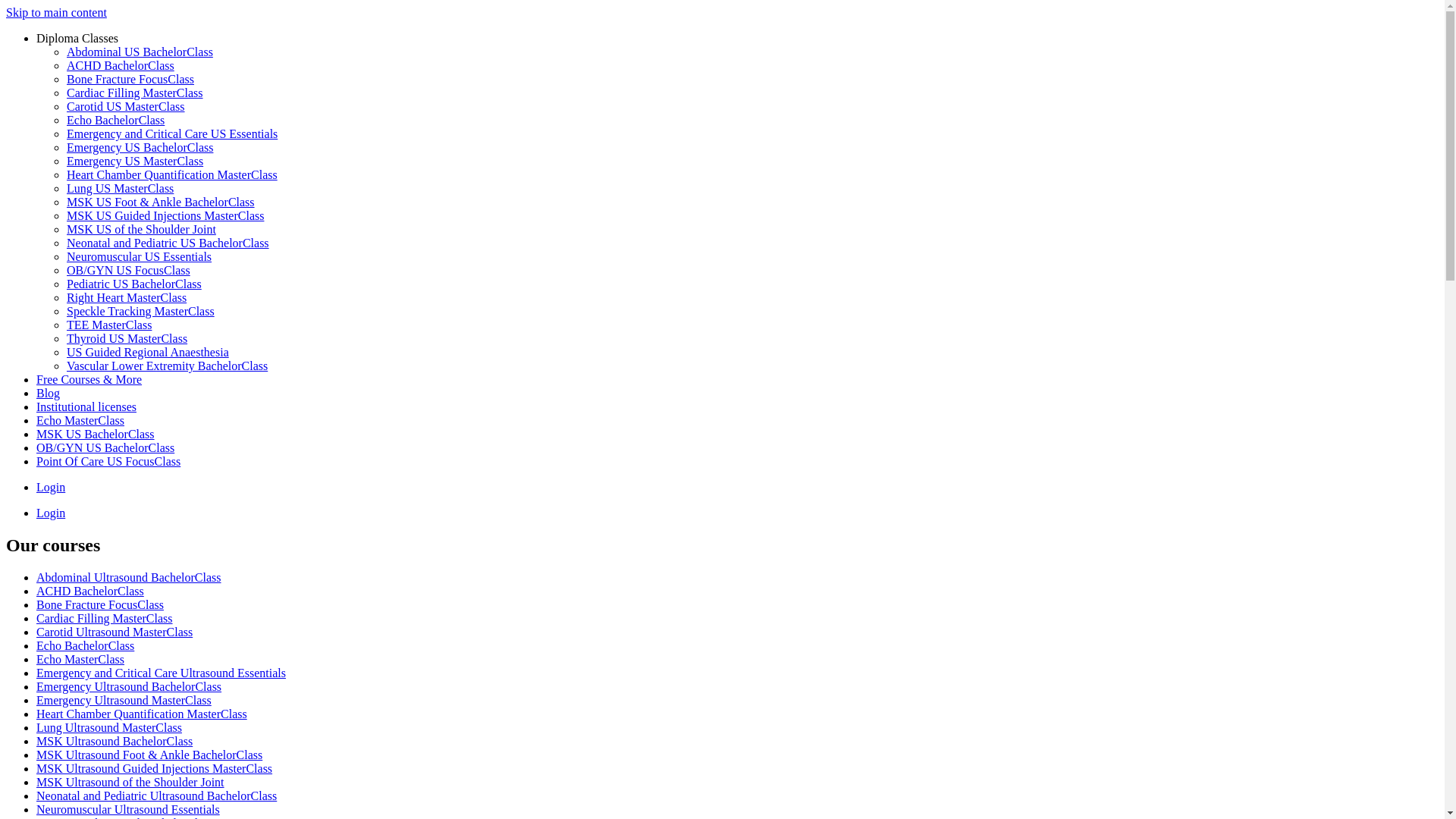  Describe the element at coordinates (124, 700) in the screenshot. I see `'Emergency Ultrasound MasterClass'` at that location.